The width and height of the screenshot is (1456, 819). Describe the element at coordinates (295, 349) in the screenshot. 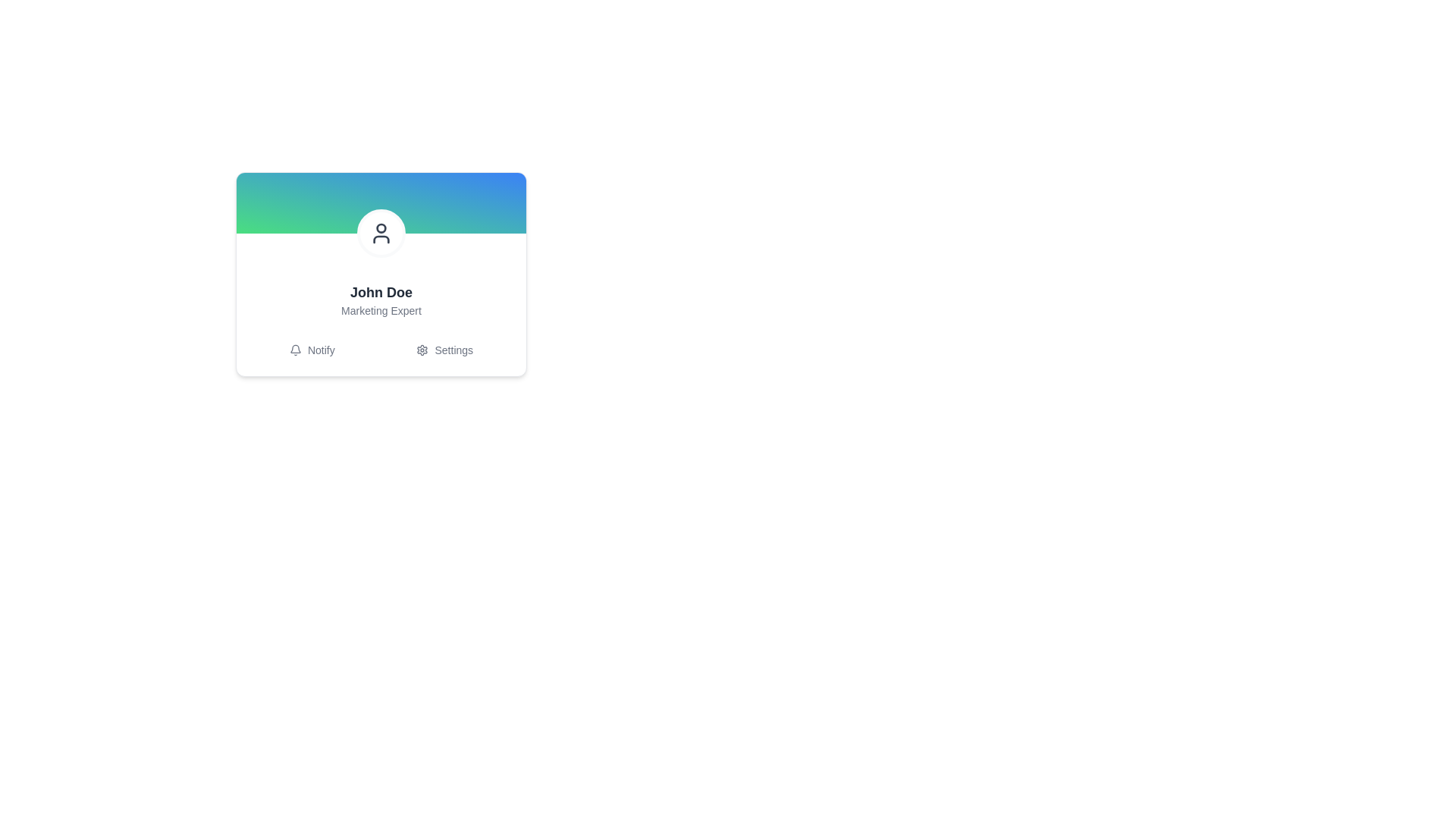

I see `the notification indicator icon located at the left bottom part of the card interface, which is near the 'Notify' label` at that location.